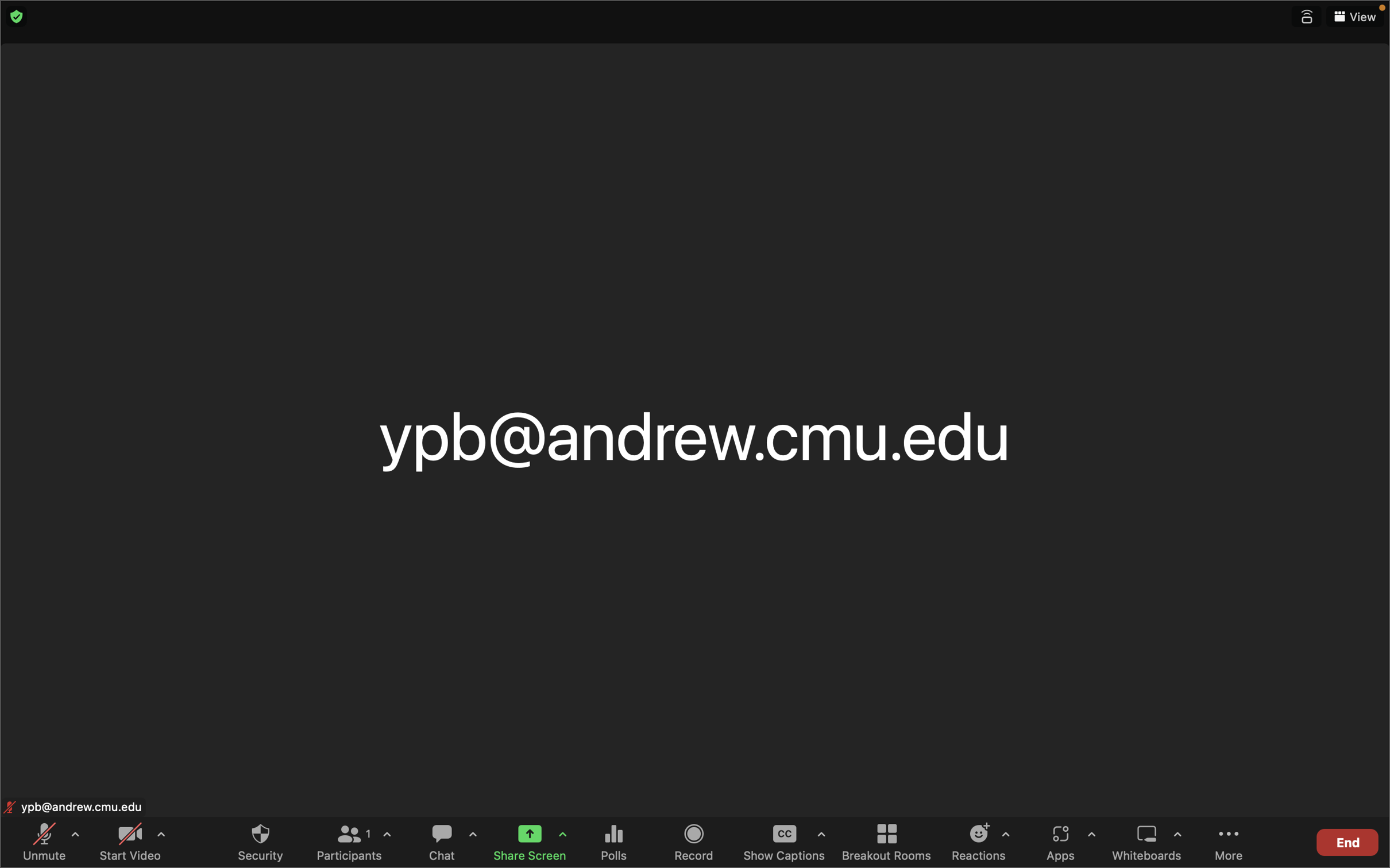 The height and width of the screenshot is (868, 1390). Describe the element at coordinates (526, 840) in the screenshot. I see `the process of sharing your screen` at that location.